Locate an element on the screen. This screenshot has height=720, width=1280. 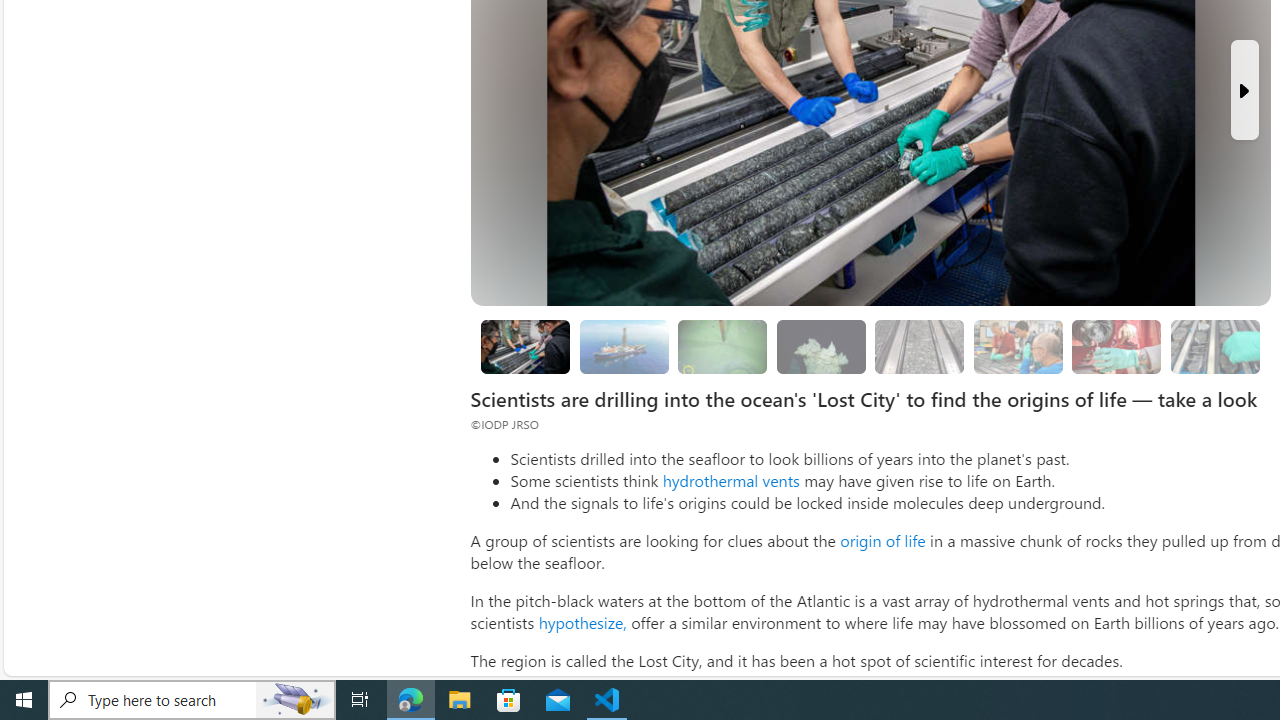
'hydrothermal vents' is located at coordinates (729, 480).